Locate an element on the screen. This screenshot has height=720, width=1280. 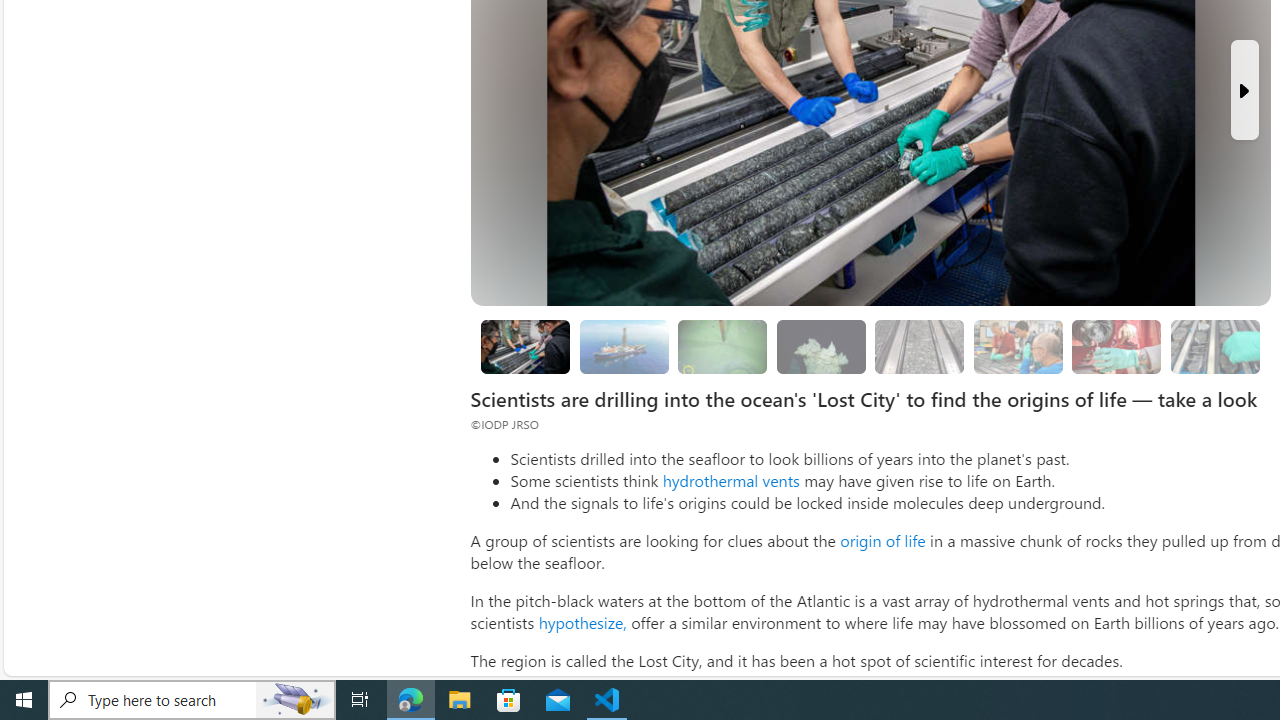
'hydrothermal vents' is located at coordinates (729, 480).